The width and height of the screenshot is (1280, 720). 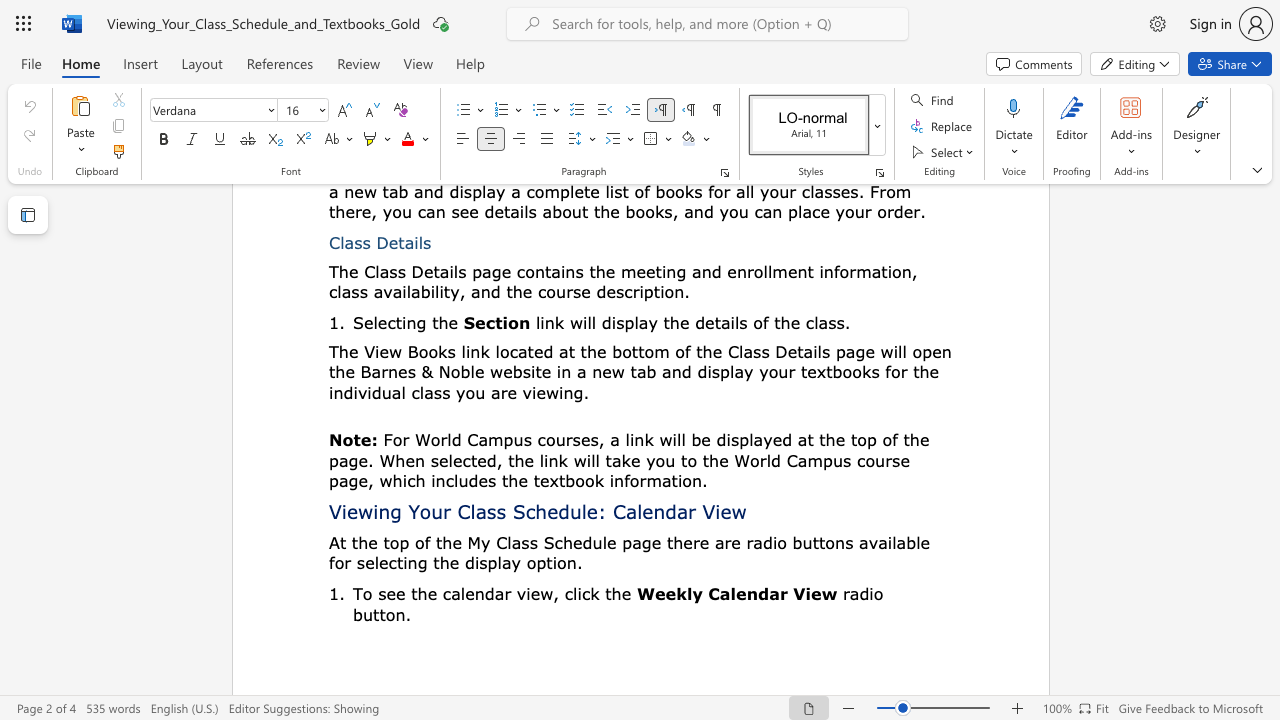 I want to click on the subset text "course page, which includes the textbook inform" within the text "For World Campus courses, a link will be displayed at the top of the page. When selected, the link will take you to the World Campus course page, which includes the textbook information.", so click(x=857, y=460).